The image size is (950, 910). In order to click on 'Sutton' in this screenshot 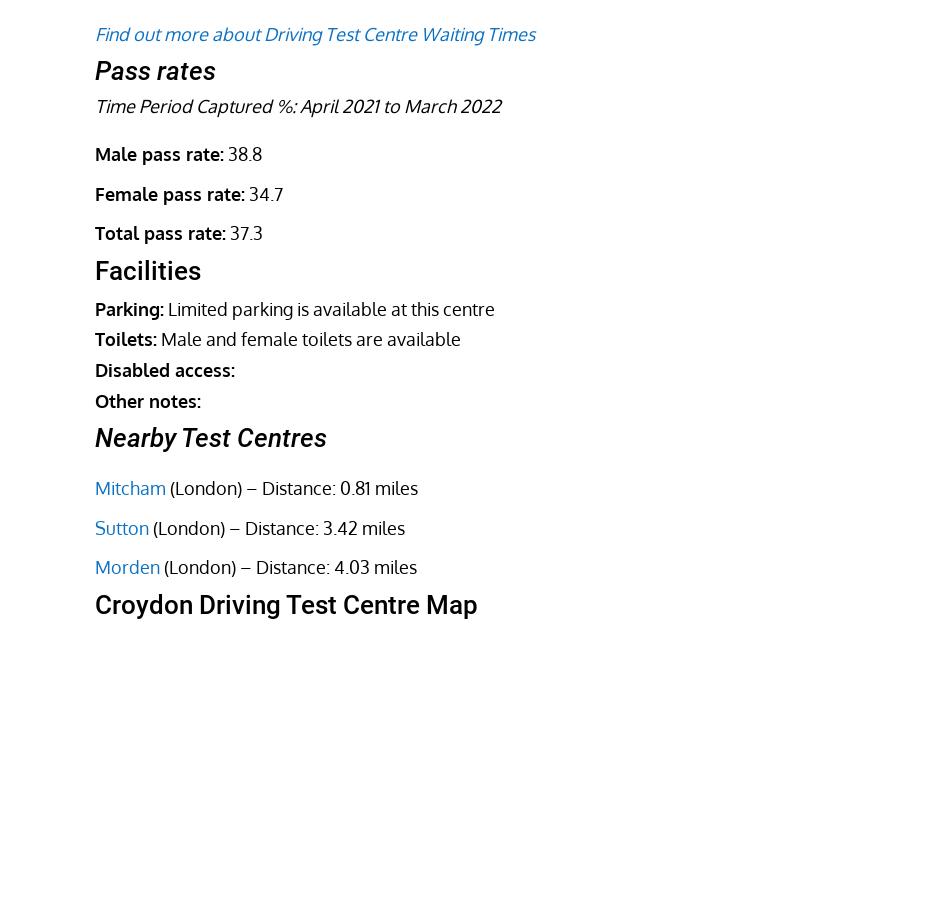, I will do `click(121, 525)`.